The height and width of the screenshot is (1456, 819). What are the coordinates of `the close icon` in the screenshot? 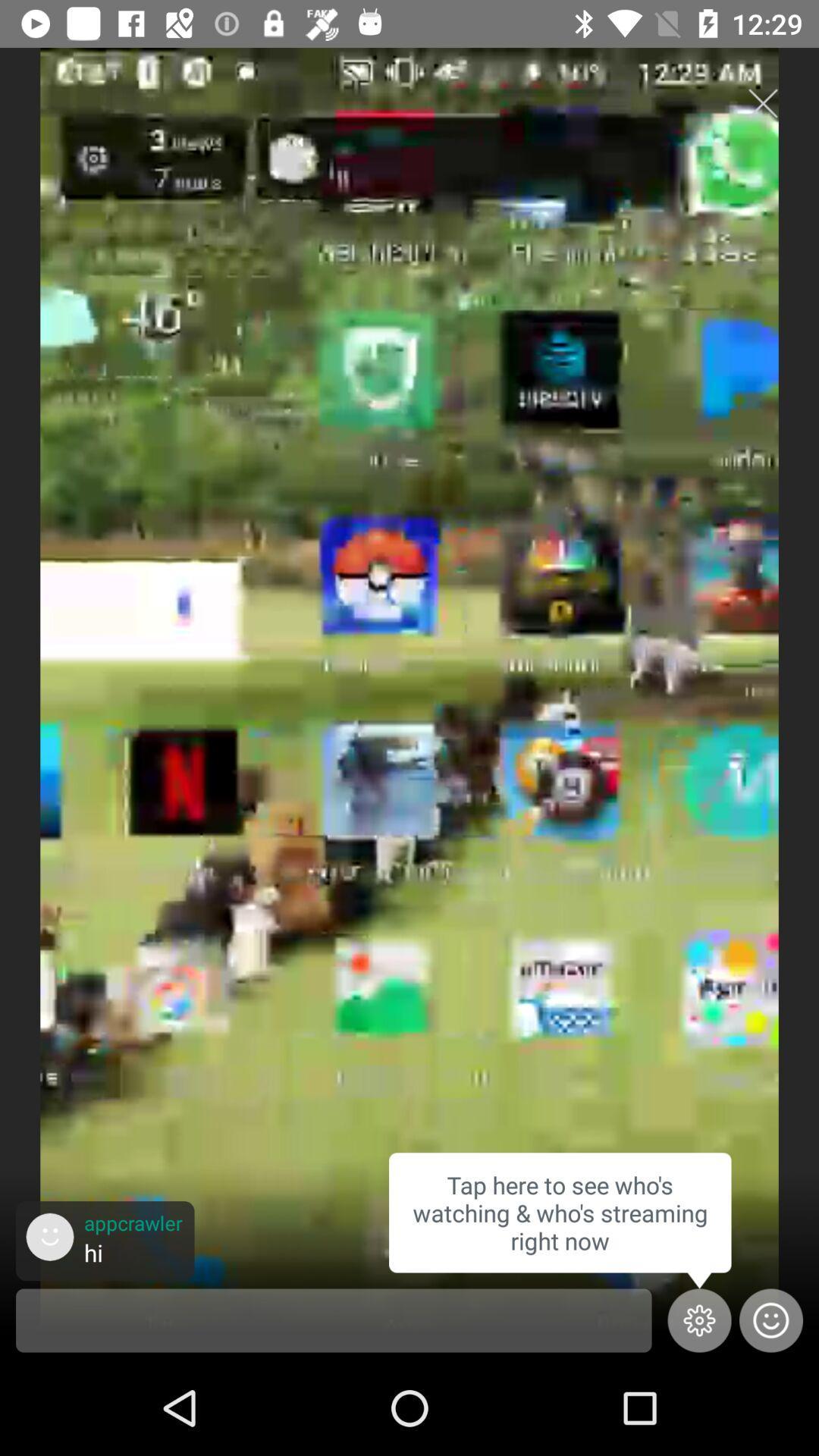 It's located at (763, 102).